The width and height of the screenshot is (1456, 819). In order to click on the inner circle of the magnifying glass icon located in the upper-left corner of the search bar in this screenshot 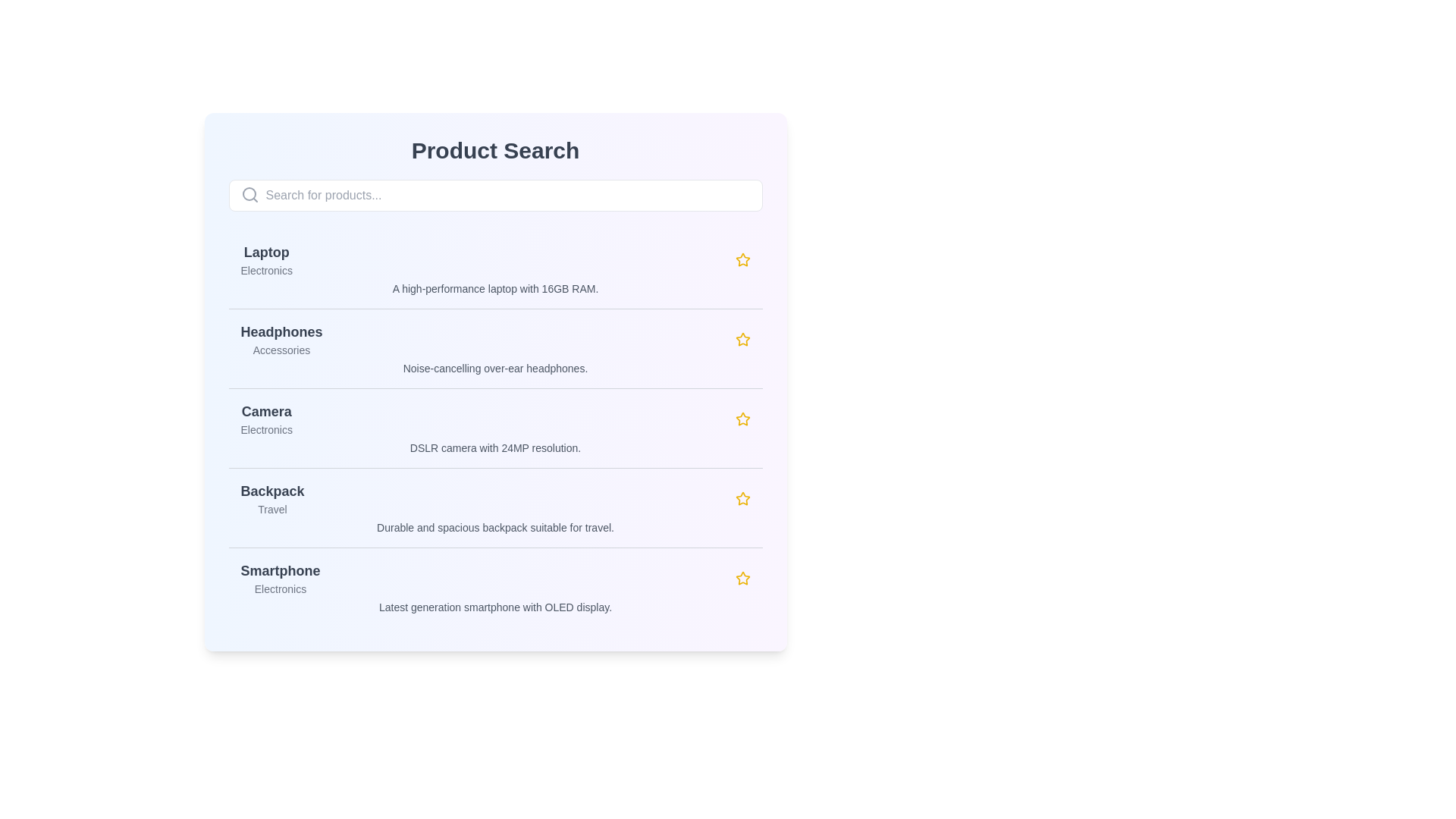, I will do `click(249, 193)`.